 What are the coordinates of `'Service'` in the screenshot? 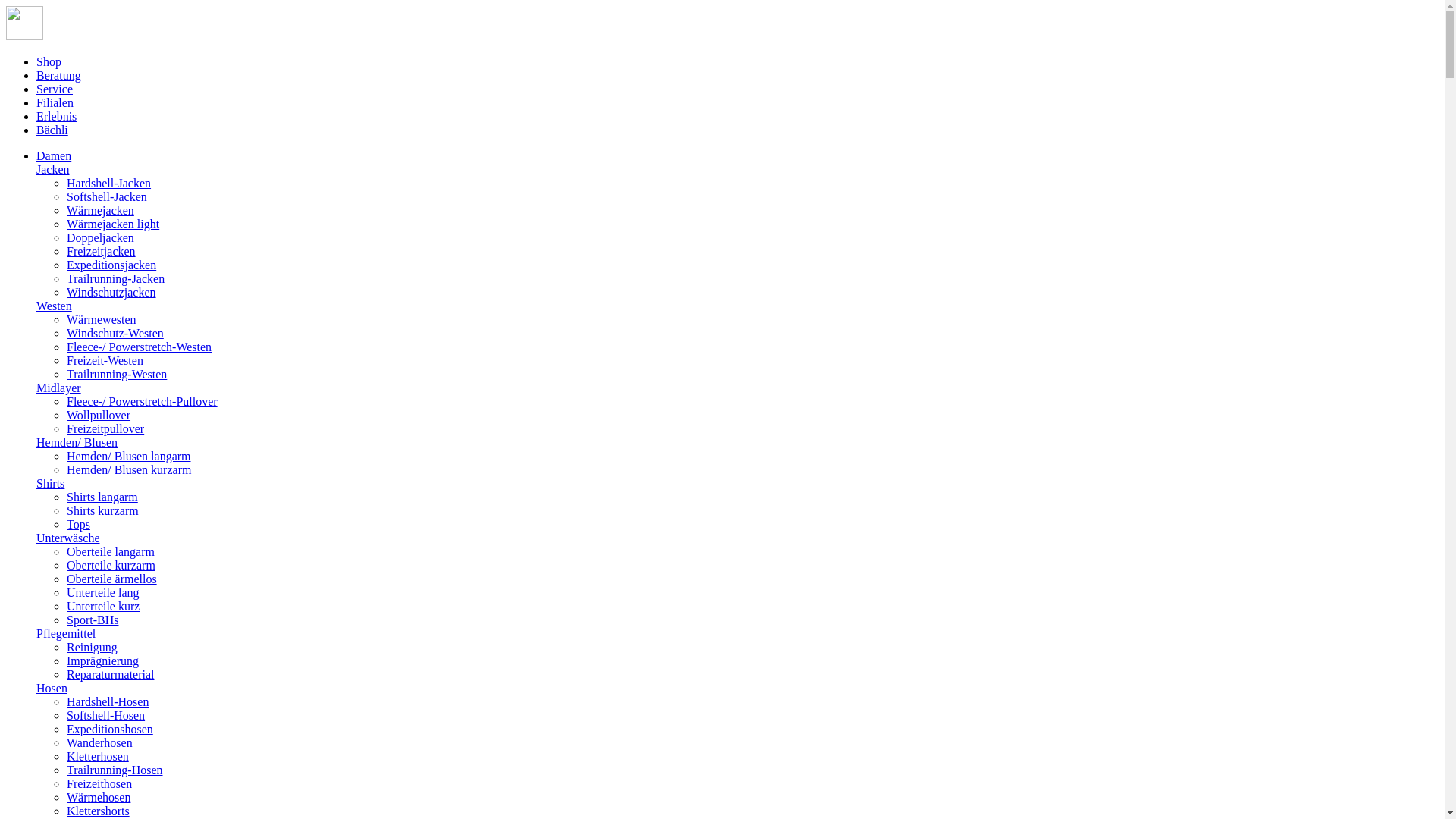 It's located at (55, 89).